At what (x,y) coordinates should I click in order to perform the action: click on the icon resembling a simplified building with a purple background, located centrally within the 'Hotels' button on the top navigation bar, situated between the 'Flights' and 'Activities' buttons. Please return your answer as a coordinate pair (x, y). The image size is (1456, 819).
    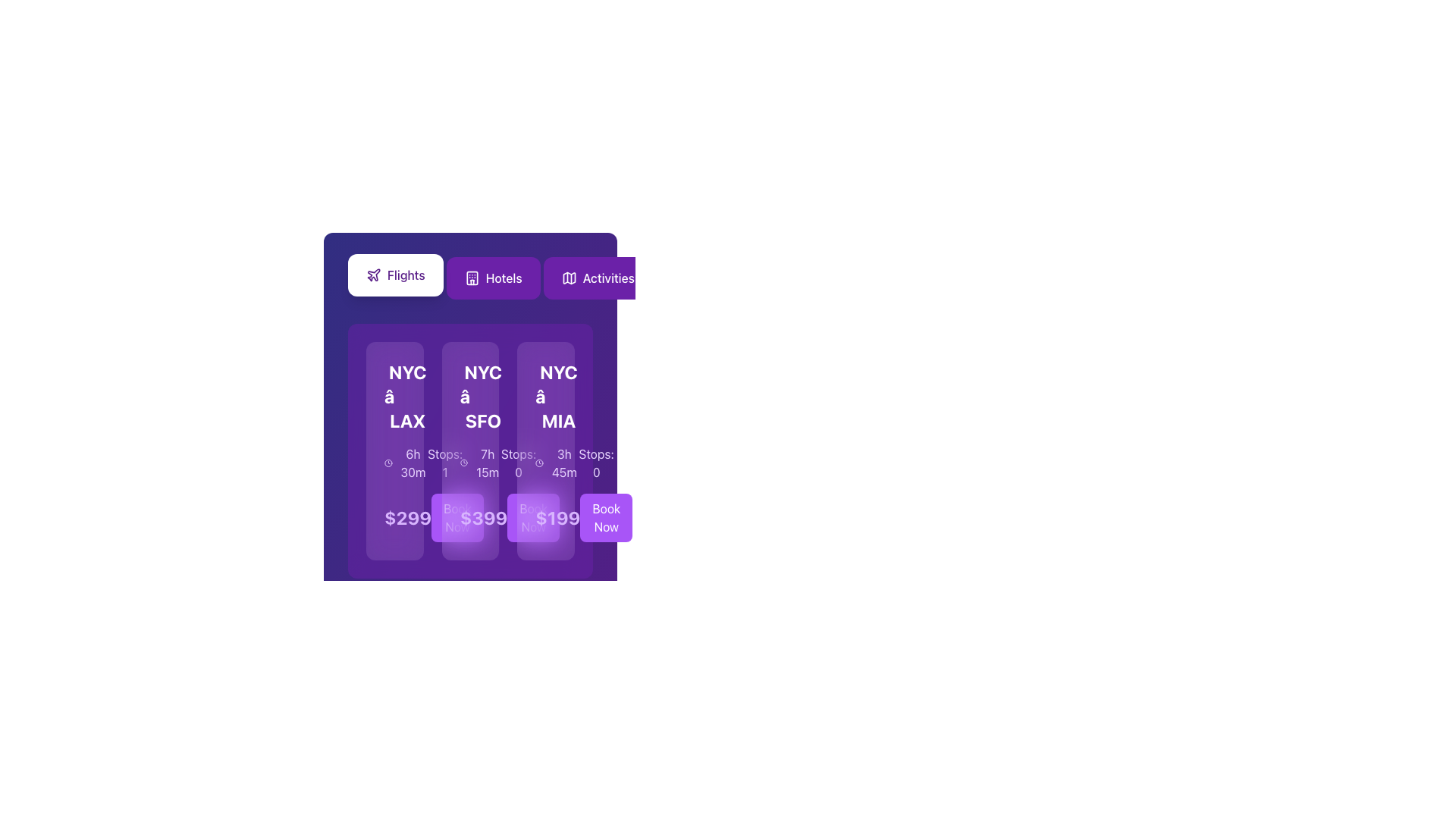
    Looking at the image, I should click on (471, 278).